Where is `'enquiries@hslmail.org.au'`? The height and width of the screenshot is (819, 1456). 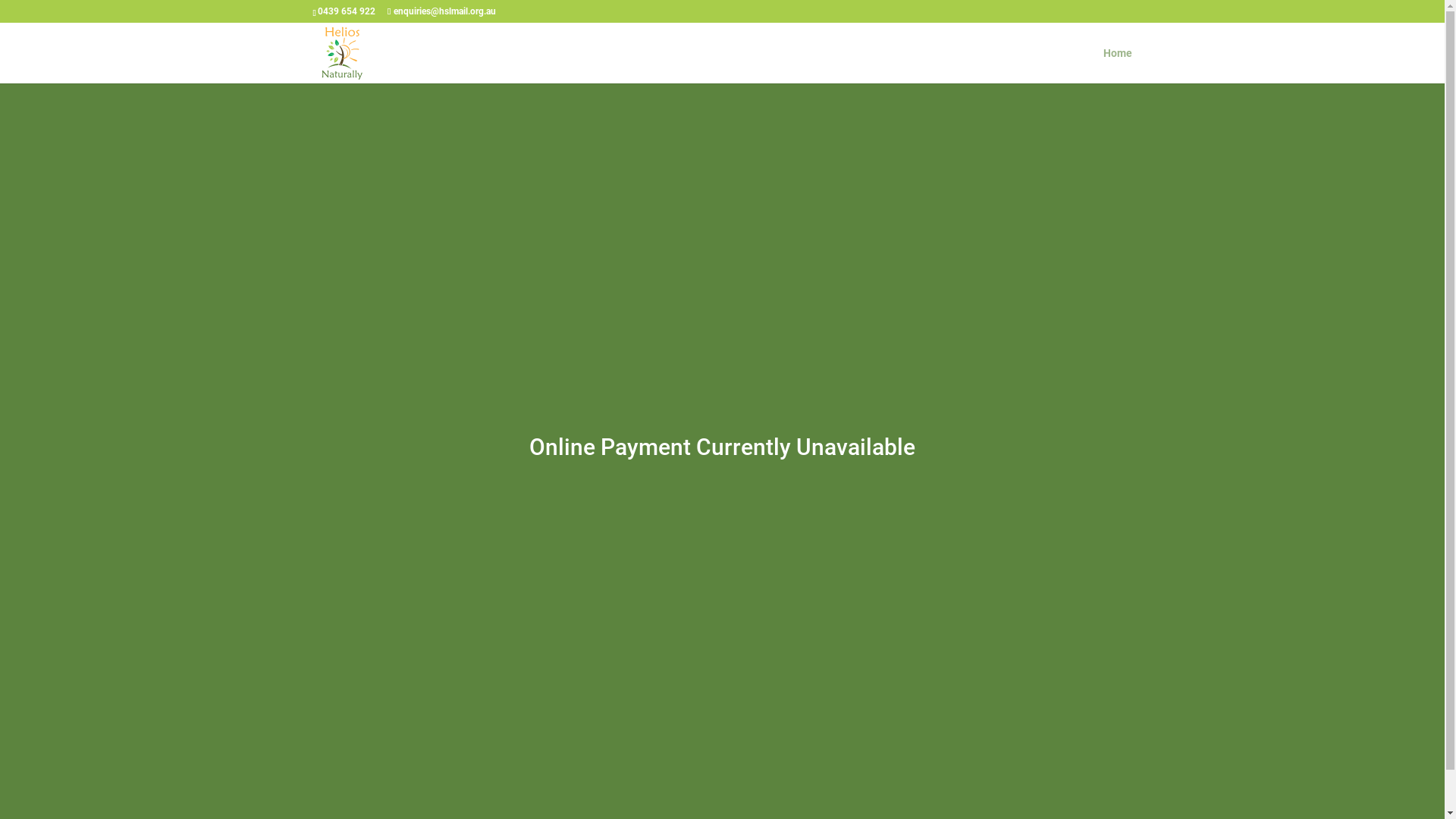
'enquiries@hslmail.org.au' is located at coordinates (441, 11).